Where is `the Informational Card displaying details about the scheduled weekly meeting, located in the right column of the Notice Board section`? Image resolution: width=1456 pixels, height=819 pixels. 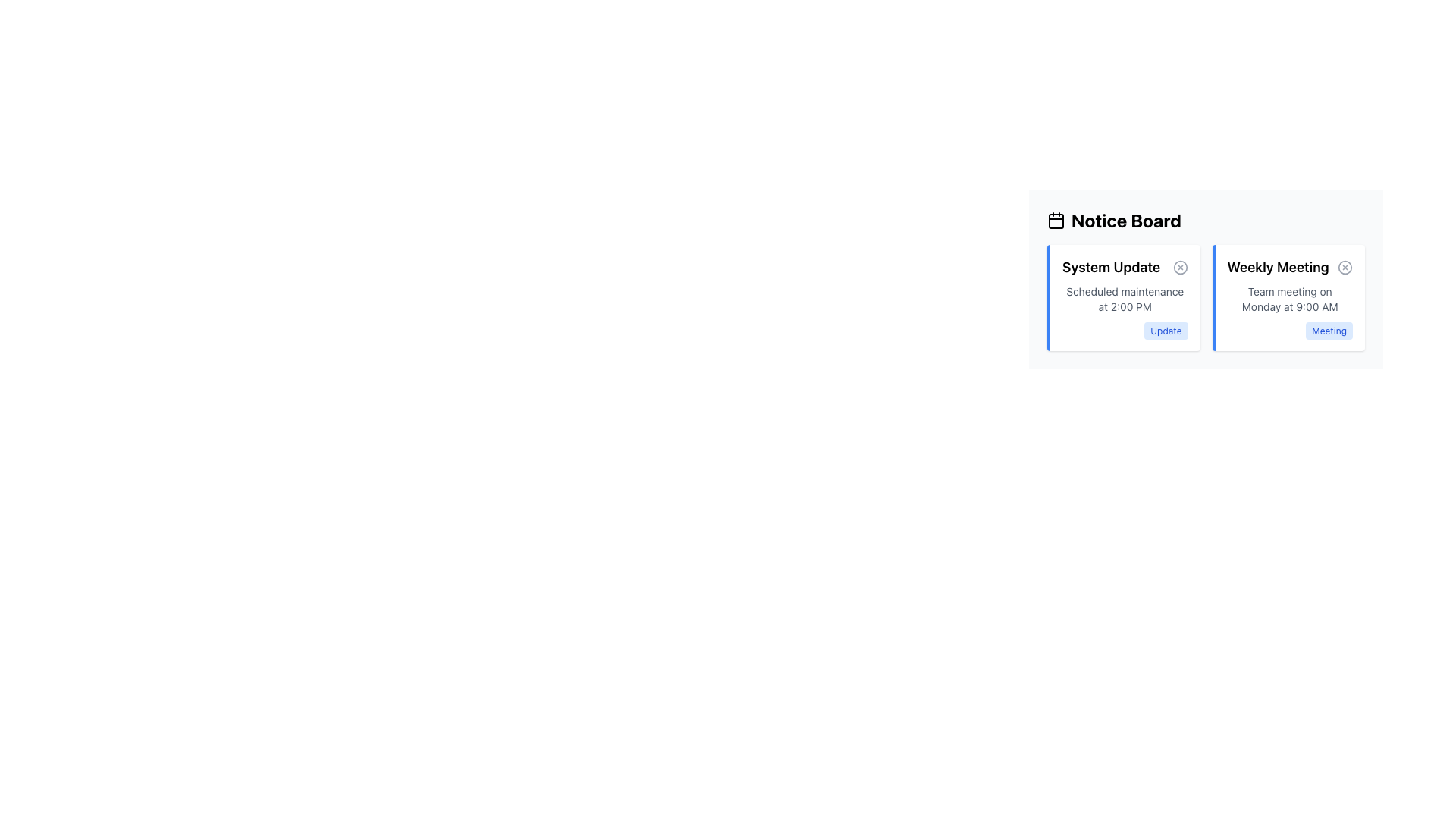
the Informational Card displaying details about the scheduled weekly meeting, located in the right column of the Notice Board section is located at coordinates (1288, 298).